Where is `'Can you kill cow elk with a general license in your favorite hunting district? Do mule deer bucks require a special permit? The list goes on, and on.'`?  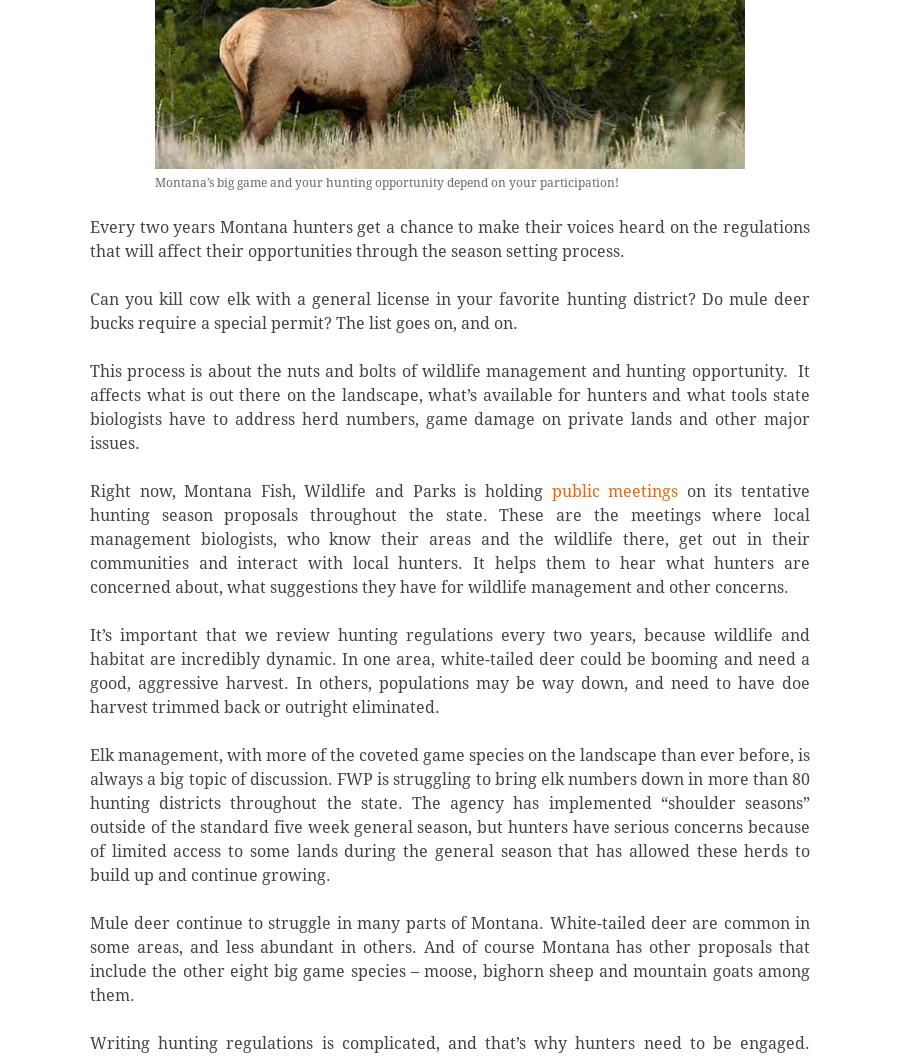 'Can you kill cow elk with a general license in your favorite hunting district? Do mule deer bucks require a special permit? The list goes on, and on.' is located at coordinates (448, 311).